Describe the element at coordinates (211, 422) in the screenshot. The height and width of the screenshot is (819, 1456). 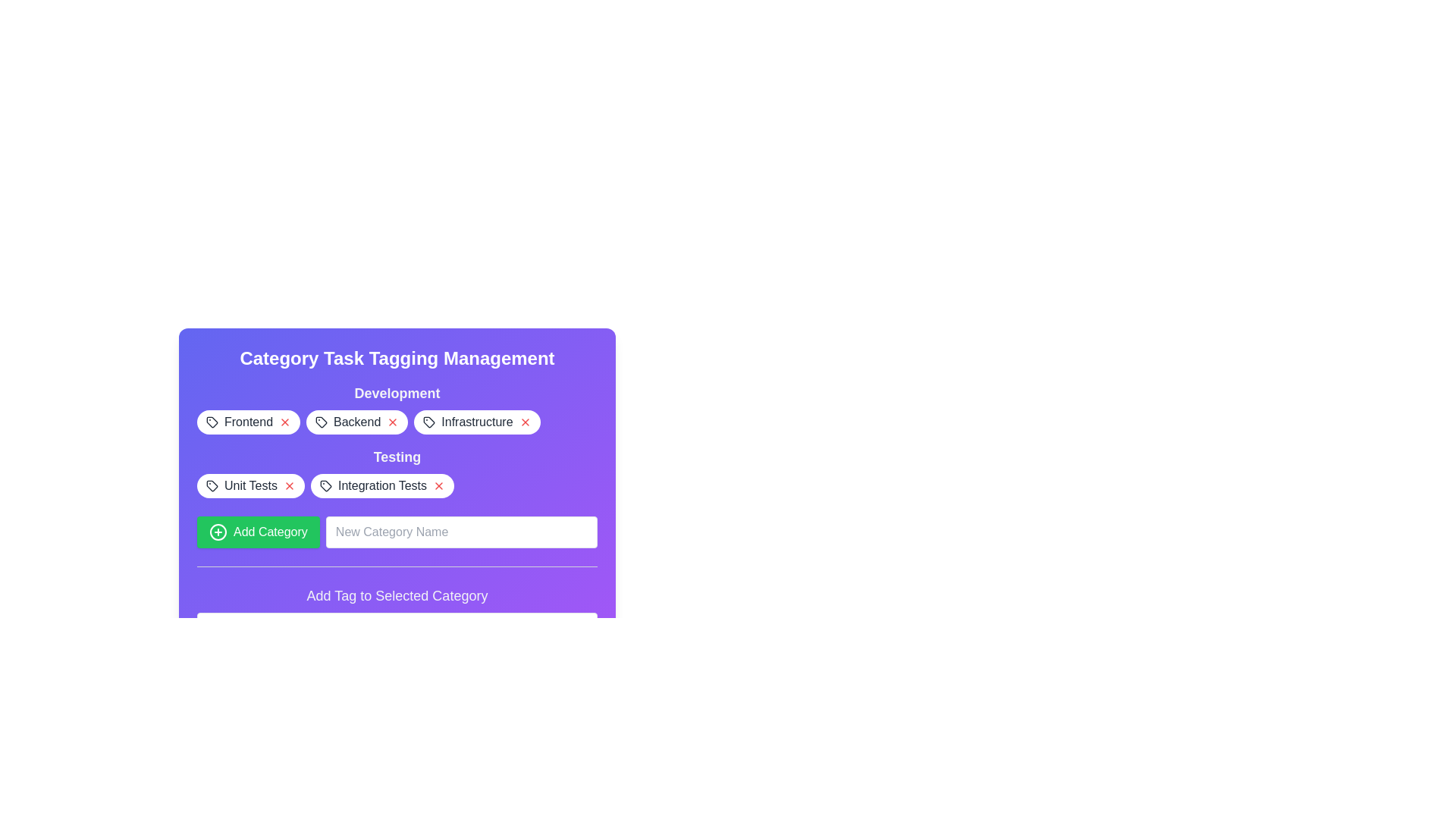
I see `the 'Frontend' graphical icon, which is the first tag in the row under the 'Development' header` at that location.